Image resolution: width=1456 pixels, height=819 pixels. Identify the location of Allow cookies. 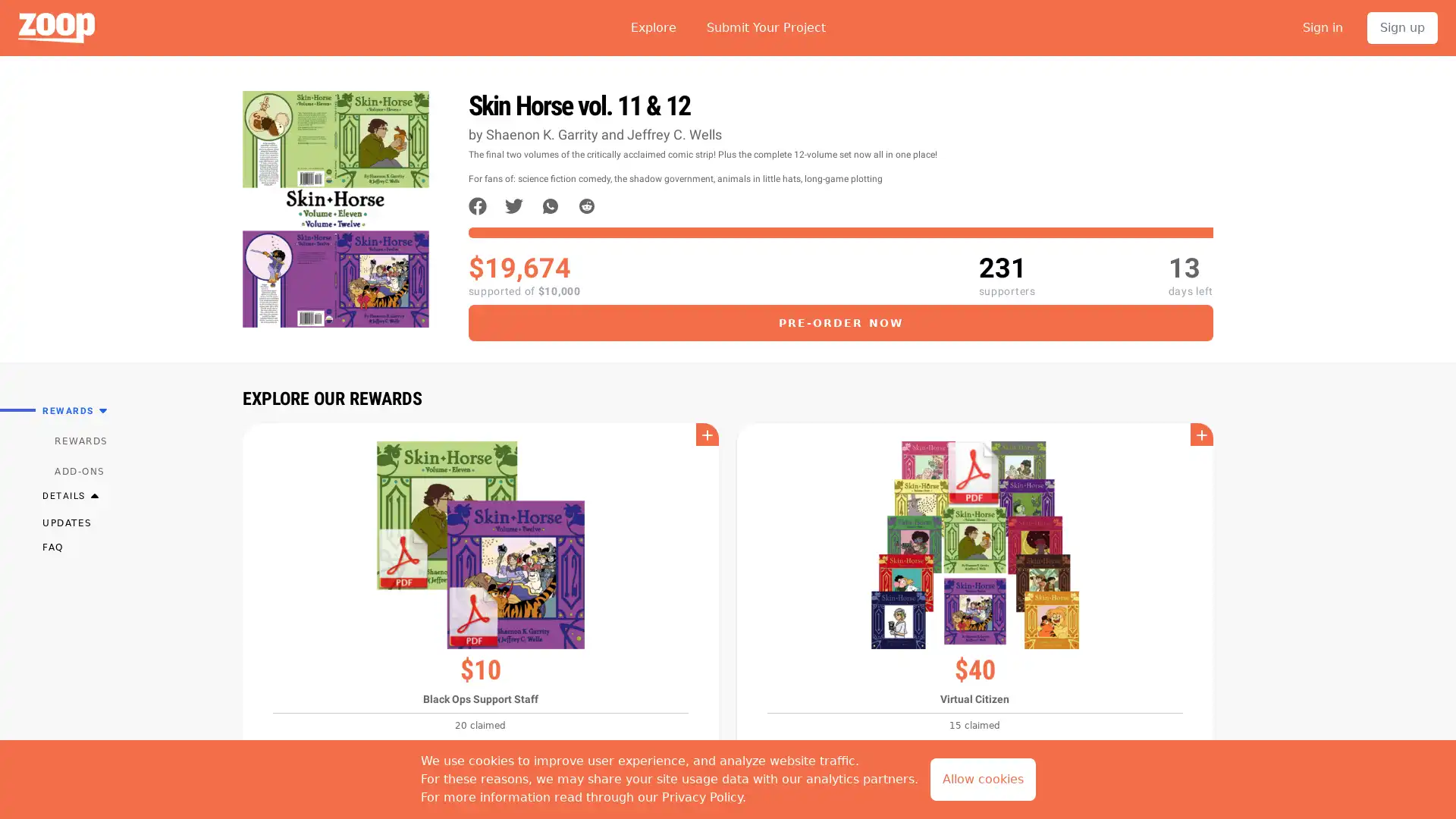
(982, 780).